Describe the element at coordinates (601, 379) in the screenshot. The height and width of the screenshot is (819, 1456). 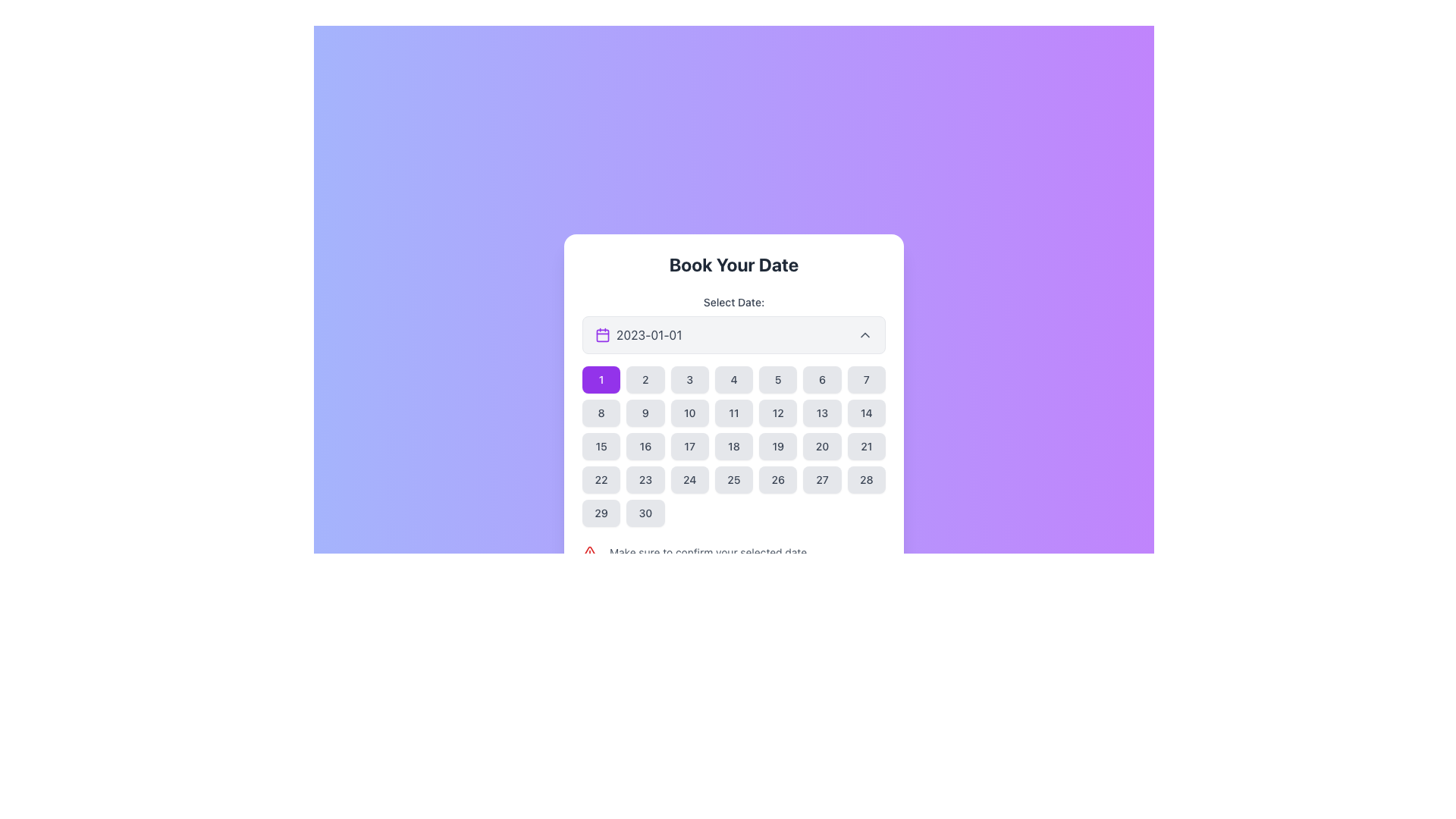
I see `the rectangular button with a purple background and white text displaying the number '1'` at that location.